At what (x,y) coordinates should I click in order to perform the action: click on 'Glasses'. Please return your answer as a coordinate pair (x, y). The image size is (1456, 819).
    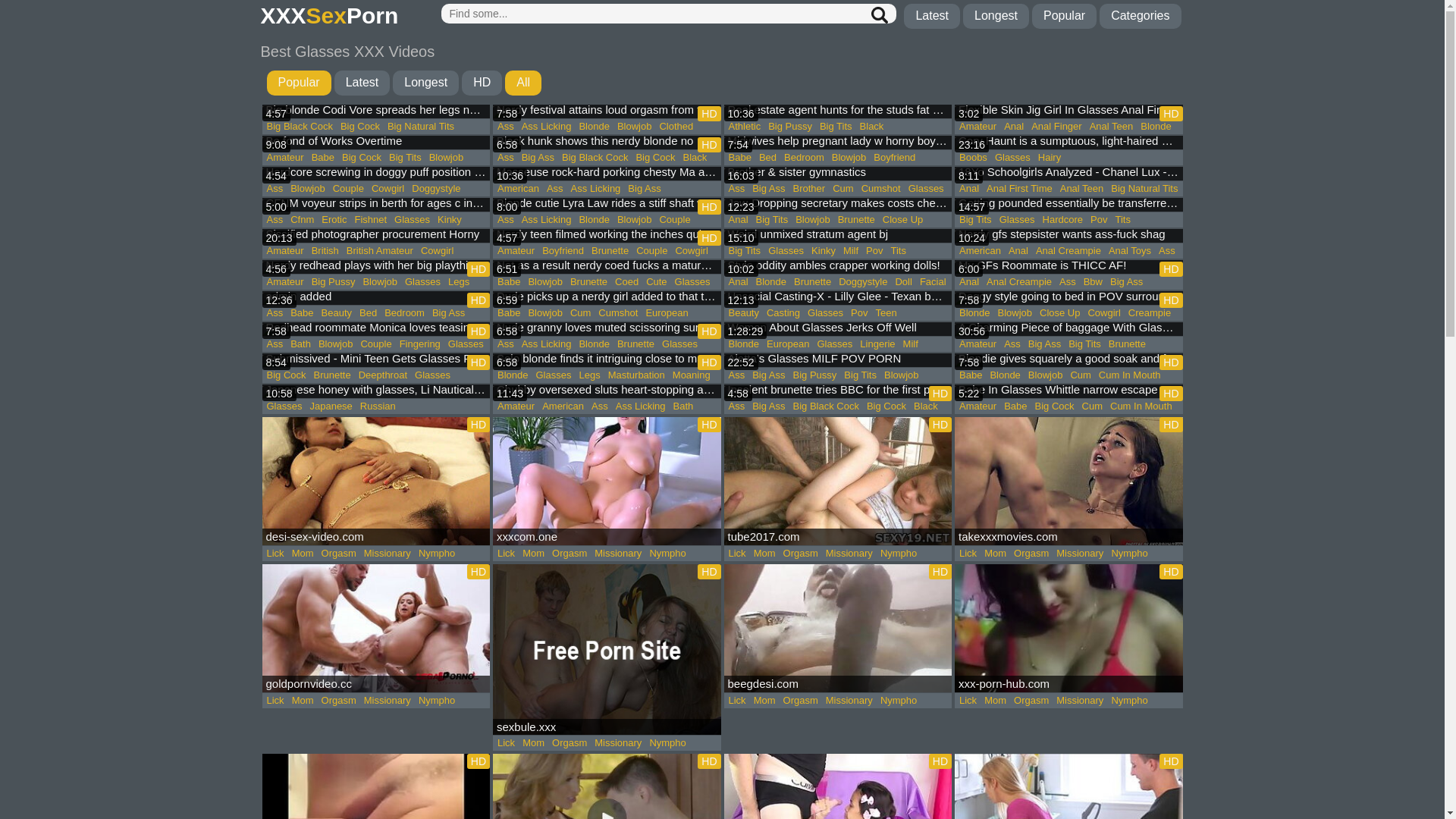
    Looking at the image, I should click on (412, 219).